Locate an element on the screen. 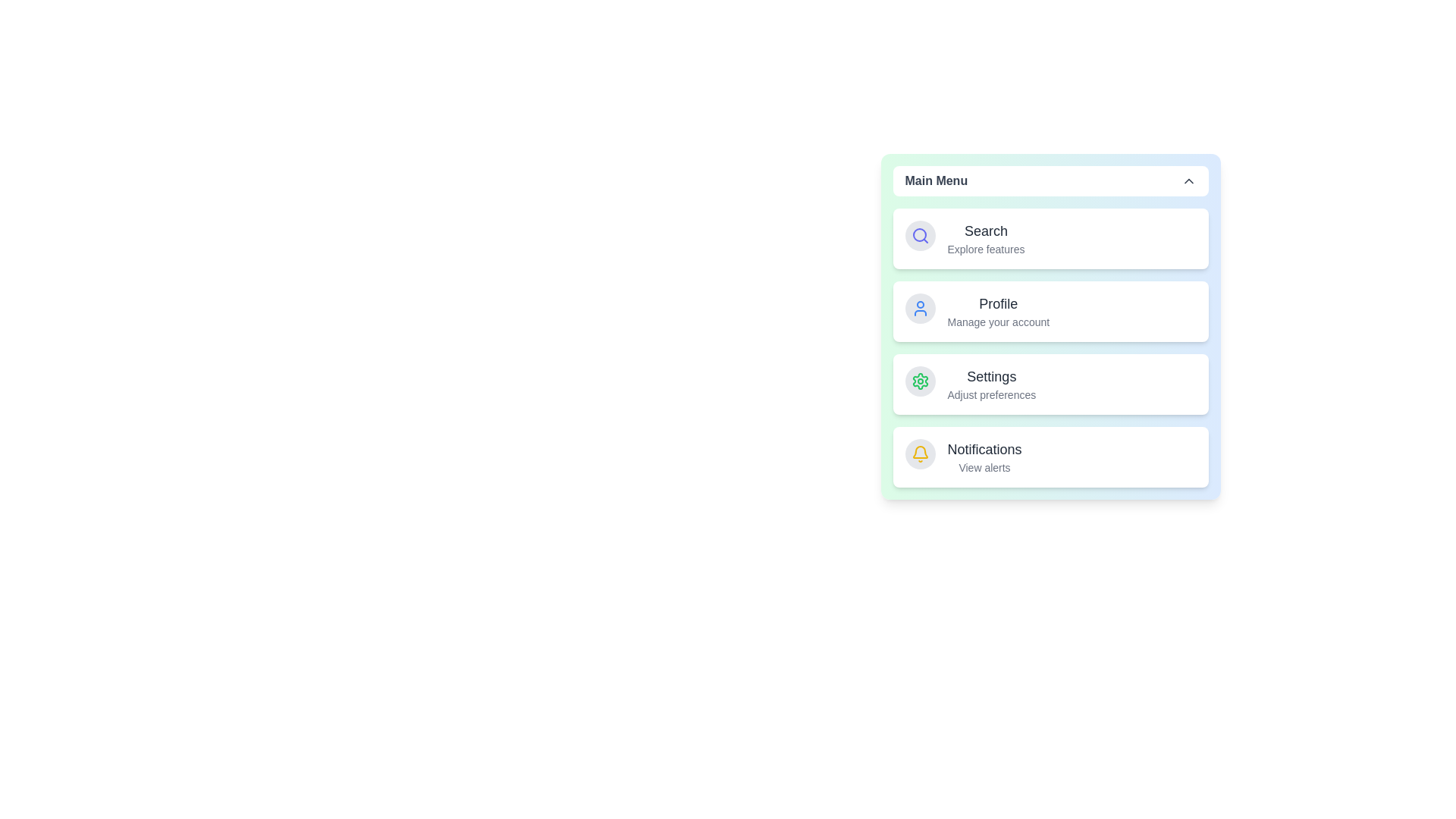  the menu item Settings from the list is located at coordinates (986, 383).